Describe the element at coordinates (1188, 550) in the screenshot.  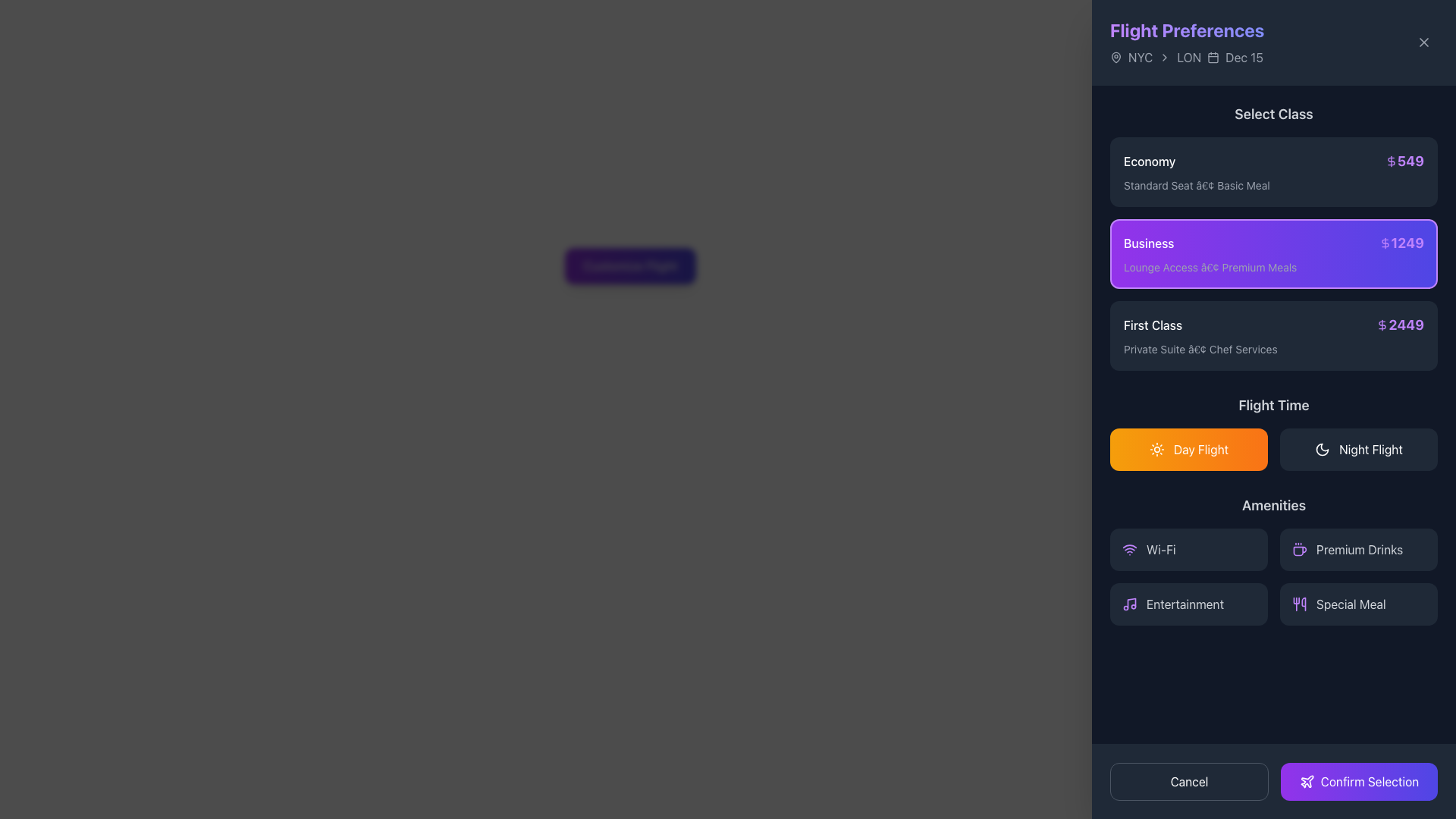
I see `the Wi-Fi option button, which is the first button in the grid layout under the 'Amenities' section` at that location.